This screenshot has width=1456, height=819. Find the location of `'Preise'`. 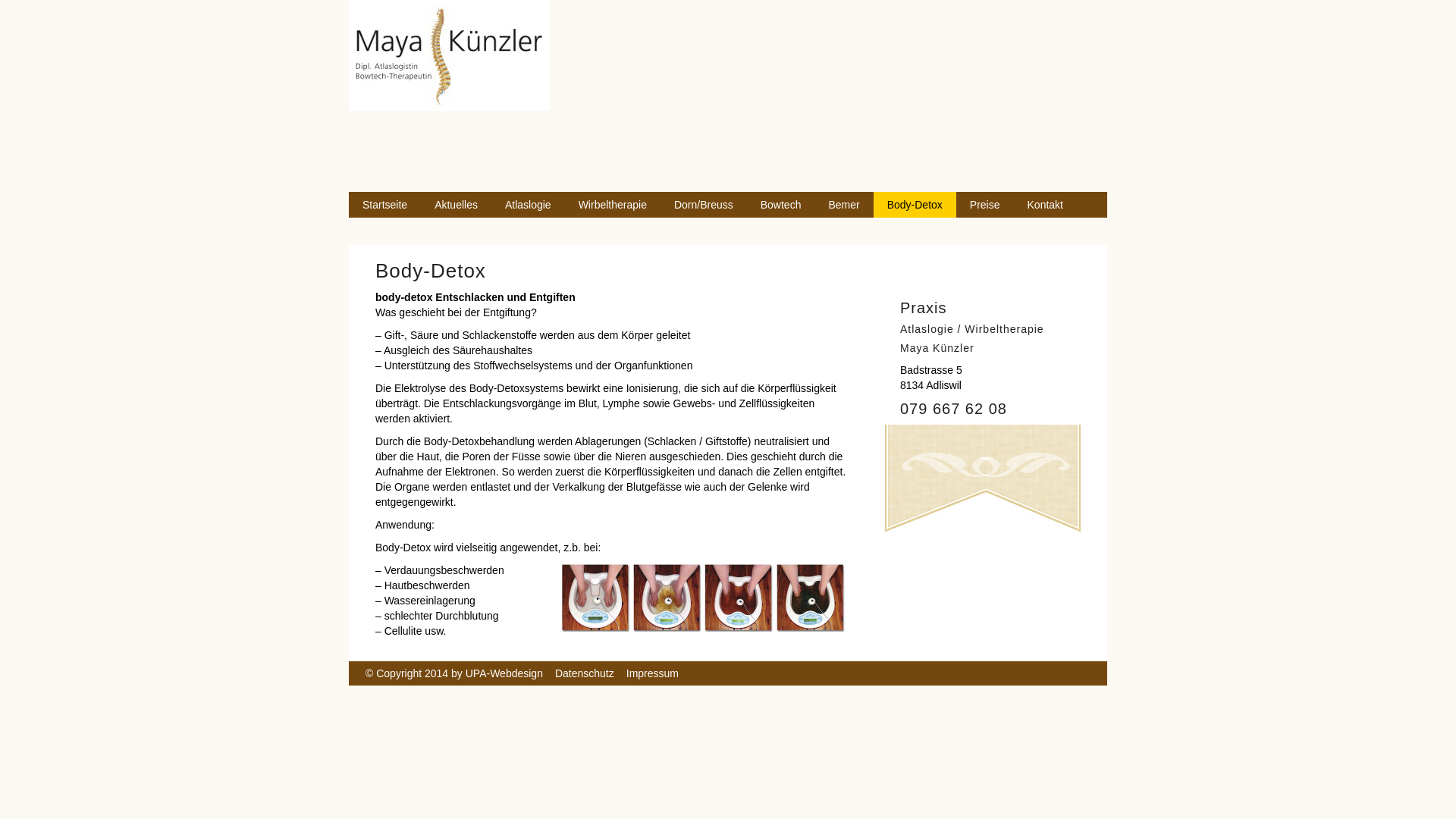

'Preise' is located at coordinates (985, 205).